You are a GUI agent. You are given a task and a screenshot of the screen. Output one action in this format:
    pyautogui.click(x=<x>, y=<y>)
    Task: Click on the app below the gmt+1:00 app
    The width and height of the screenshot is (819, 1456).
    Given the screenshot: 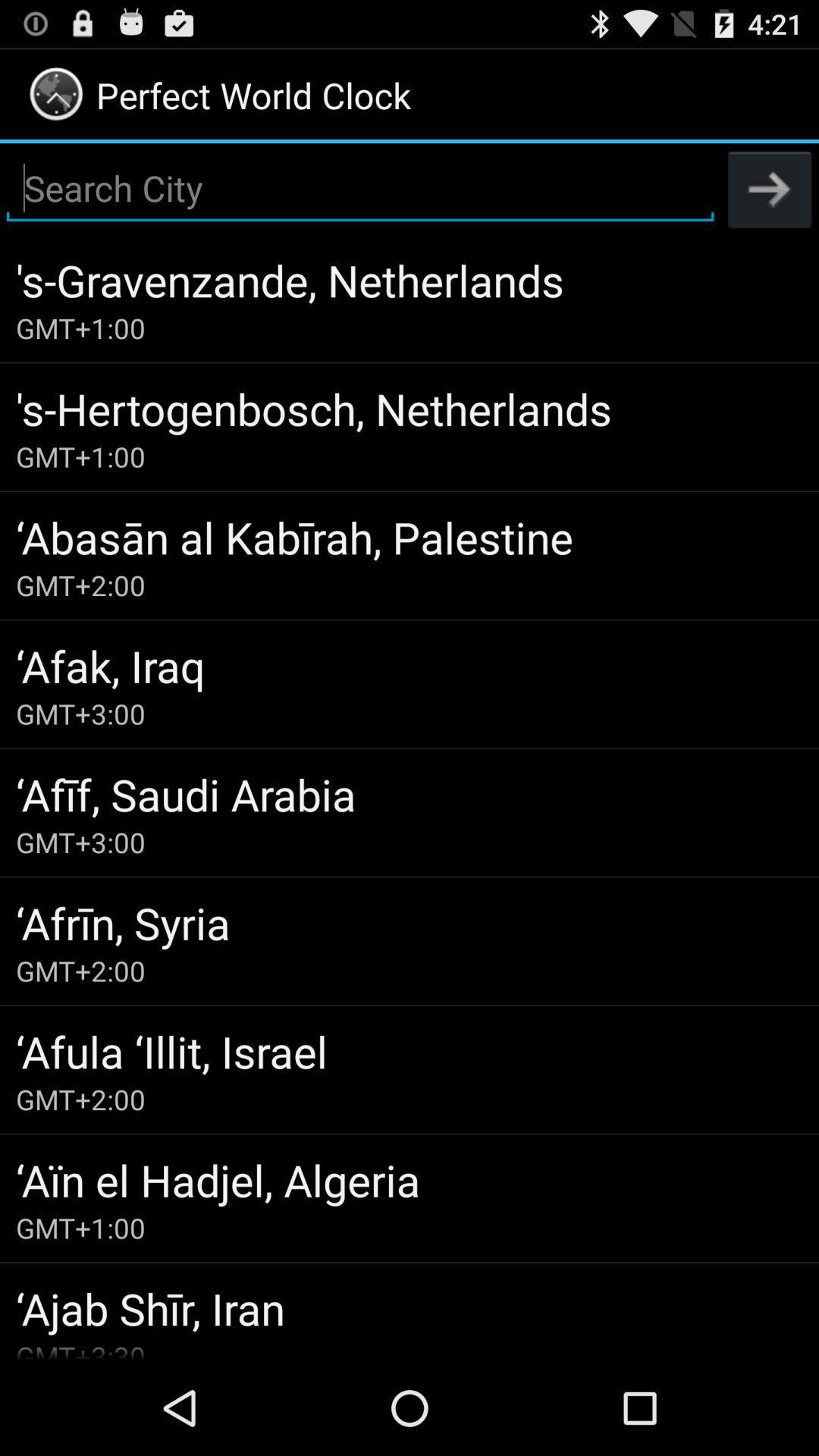 What is the action you would take?
    pyautogui.click(x=409, y=1307)
    